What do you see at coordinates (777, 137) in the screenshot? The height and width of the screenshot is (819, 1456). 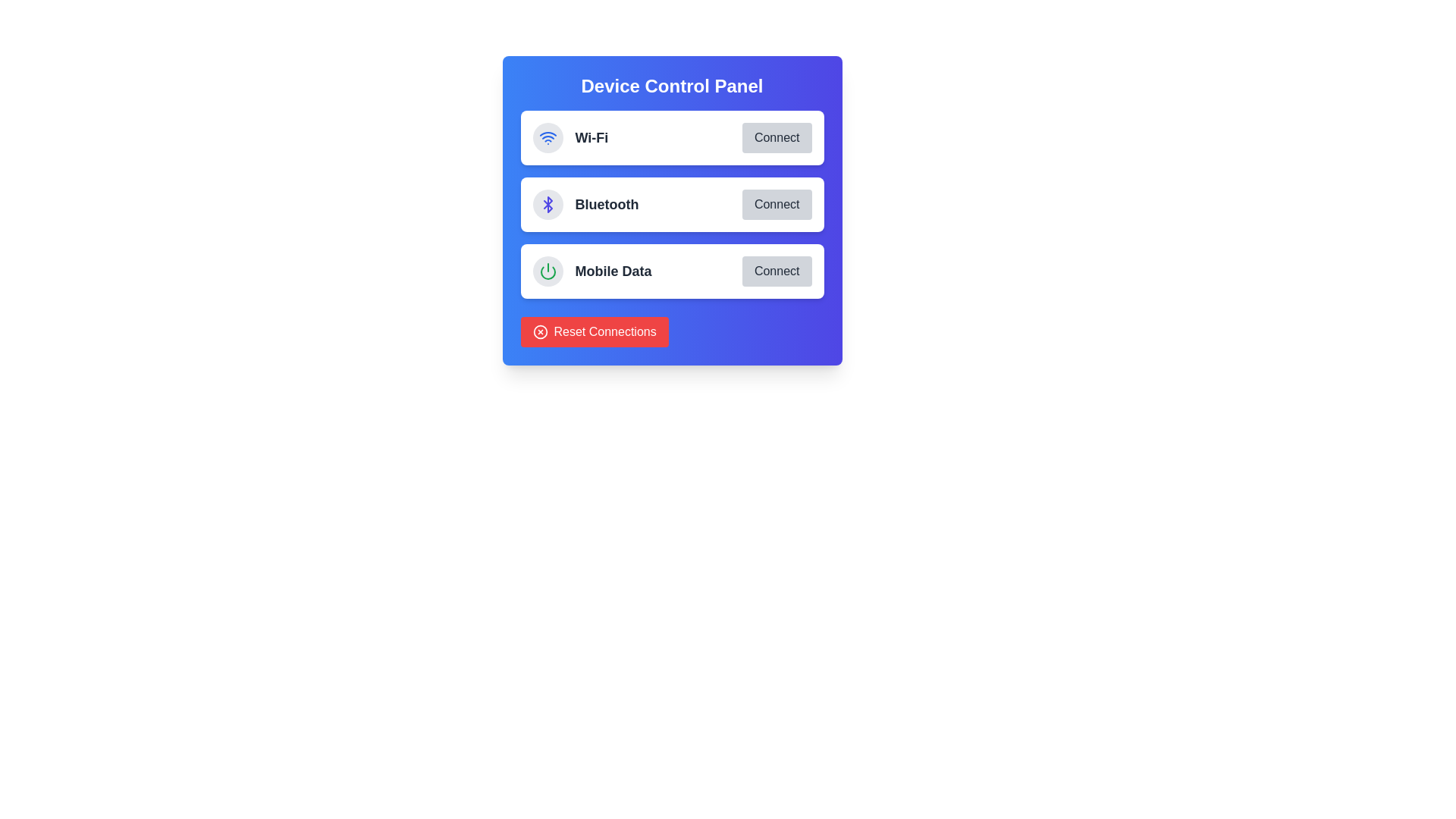 I see `the rectangular 'Connect' button with a rounded shape, which has a gray background and is located at the top row of the Wi-Fi section` at bounding box center [777, 137].